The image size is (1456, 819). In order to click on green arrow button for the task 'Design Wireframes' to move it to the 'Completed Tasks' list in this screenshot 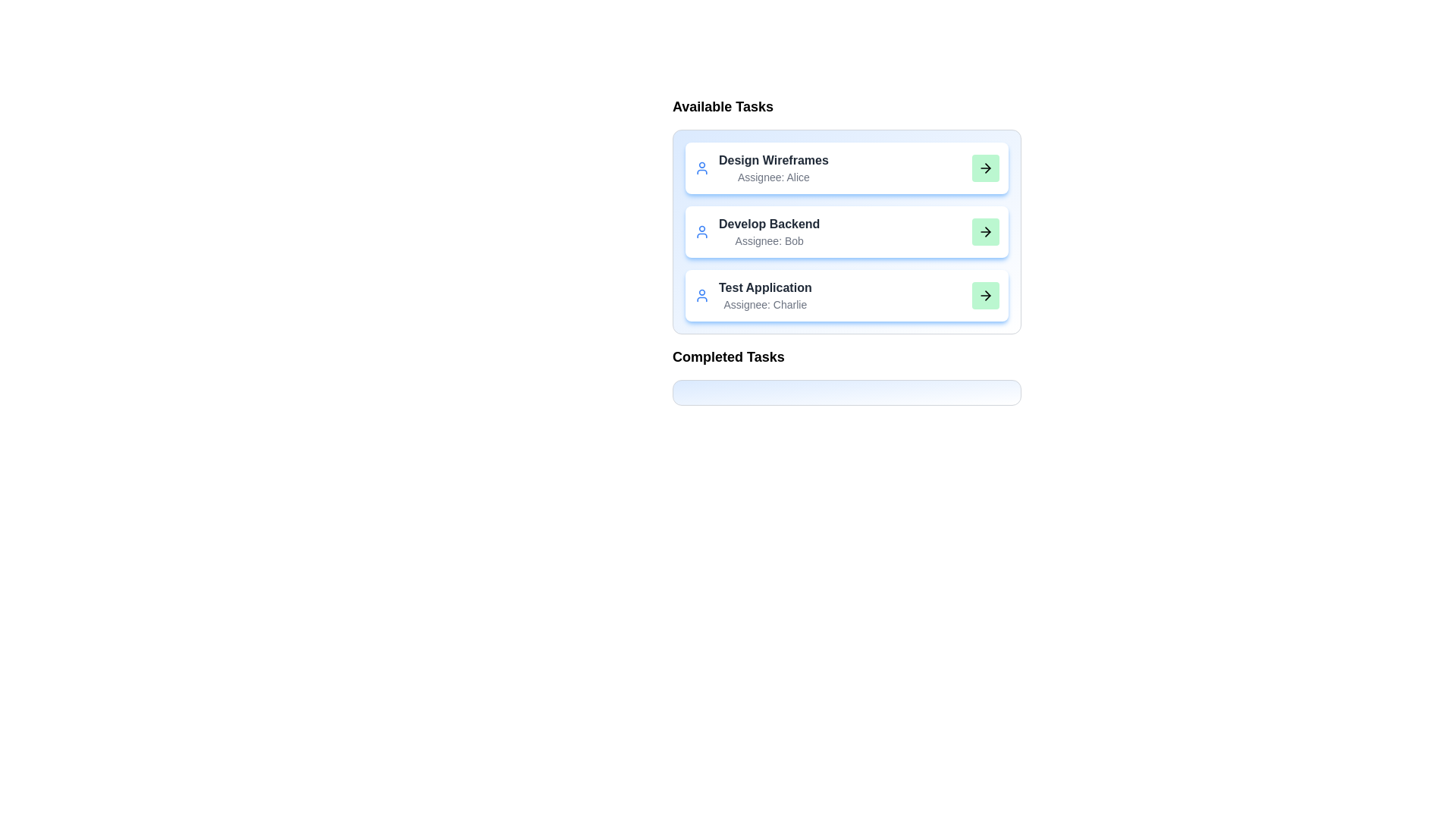, I will do `click(986, 168)`.